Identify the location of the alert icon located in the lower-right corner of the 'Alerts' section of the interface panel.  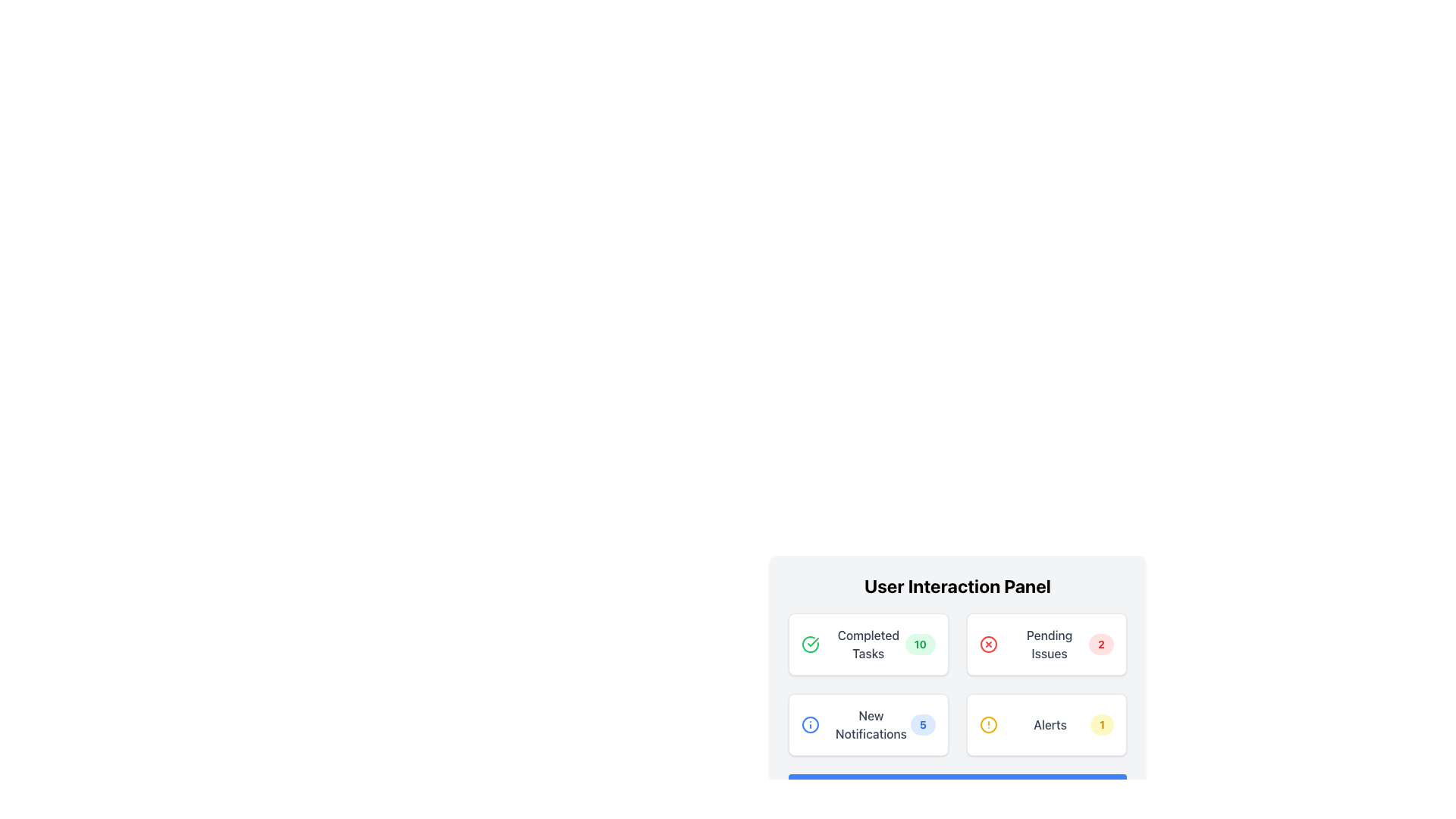
(989, 724).